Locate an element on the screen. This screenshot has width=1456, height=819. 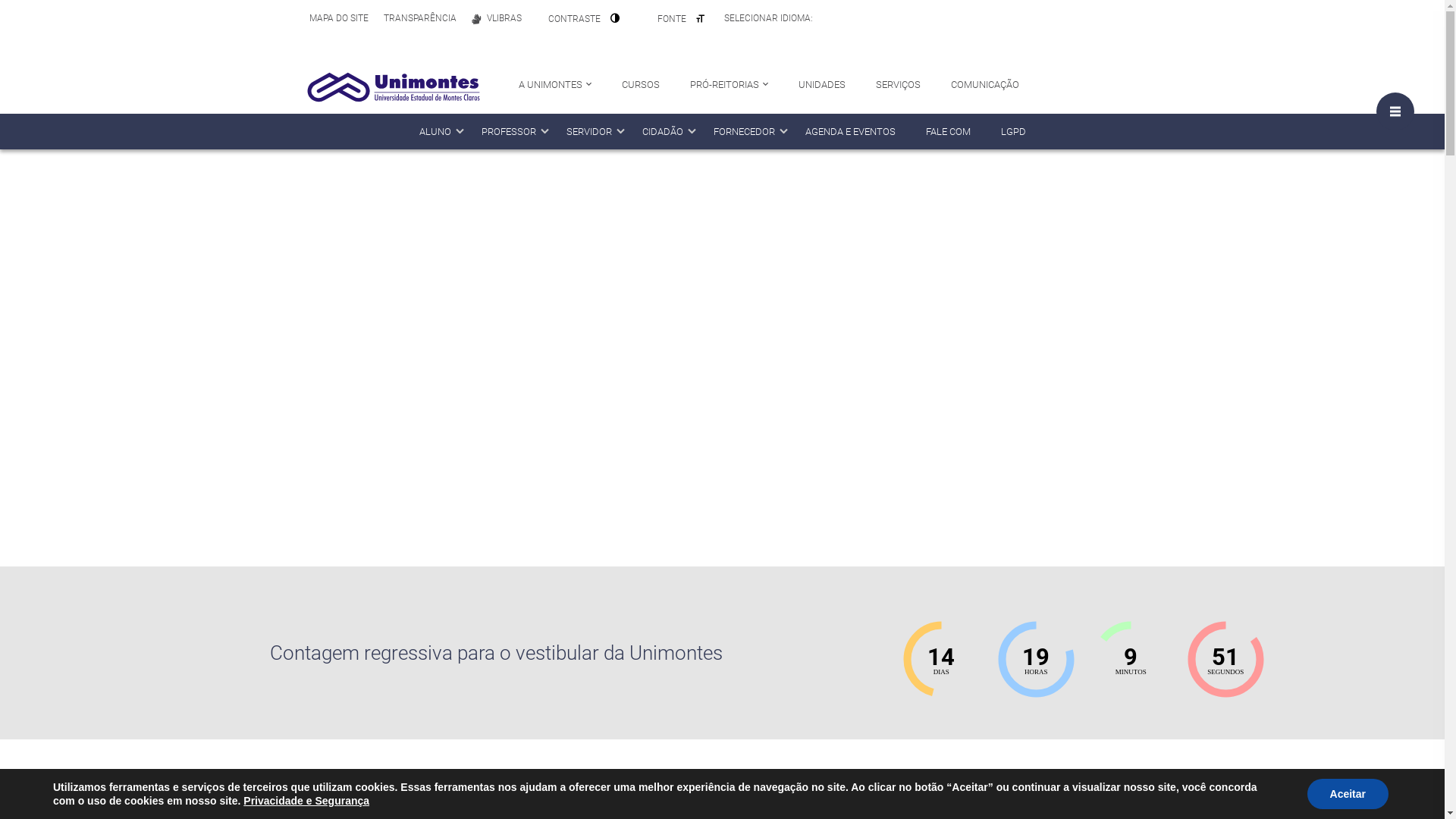
'Portuguese' is located at coordinates (826, 17).